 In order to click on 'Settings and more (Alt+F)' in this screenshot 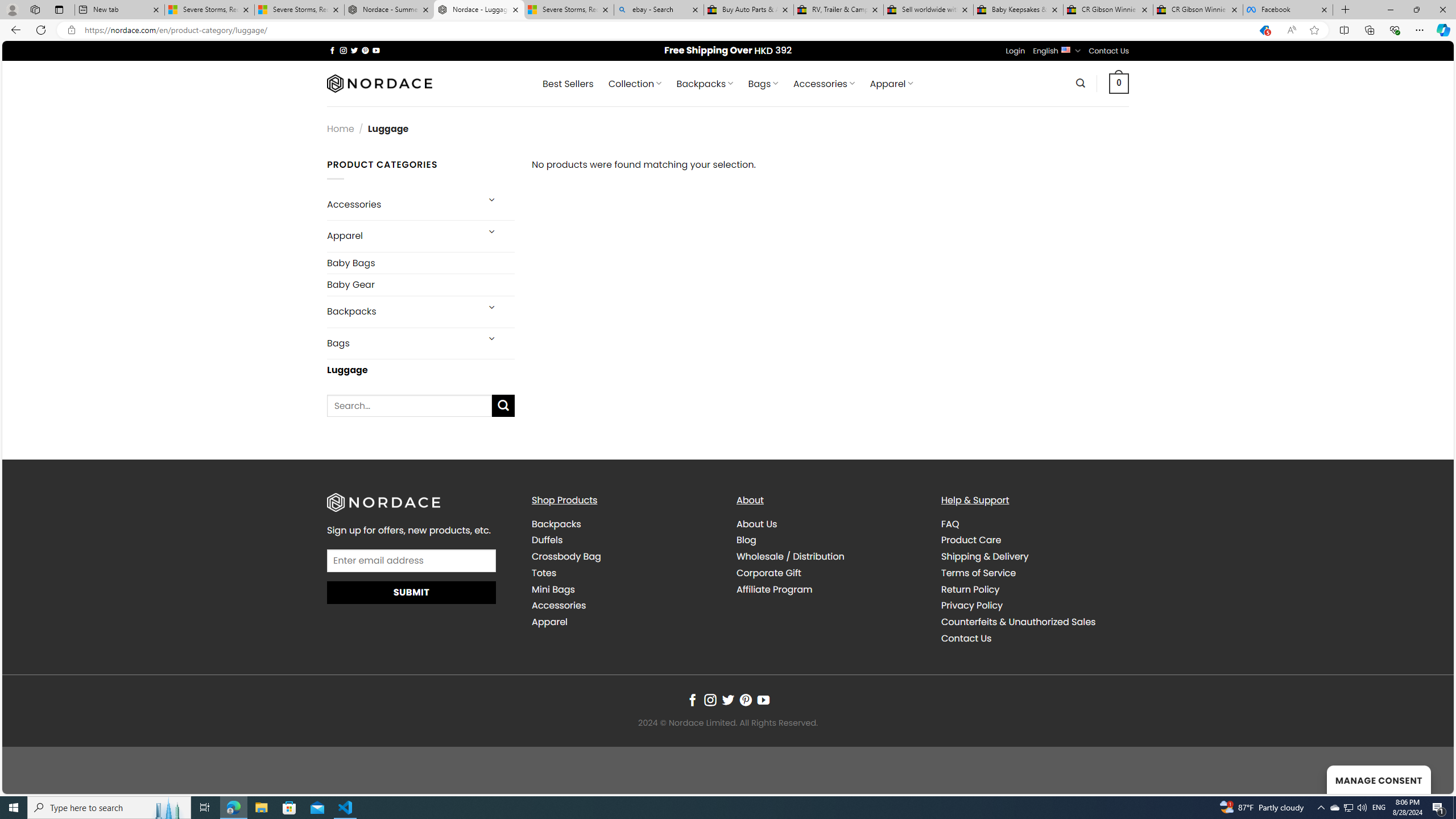, I will do `click(1419, 29)`.